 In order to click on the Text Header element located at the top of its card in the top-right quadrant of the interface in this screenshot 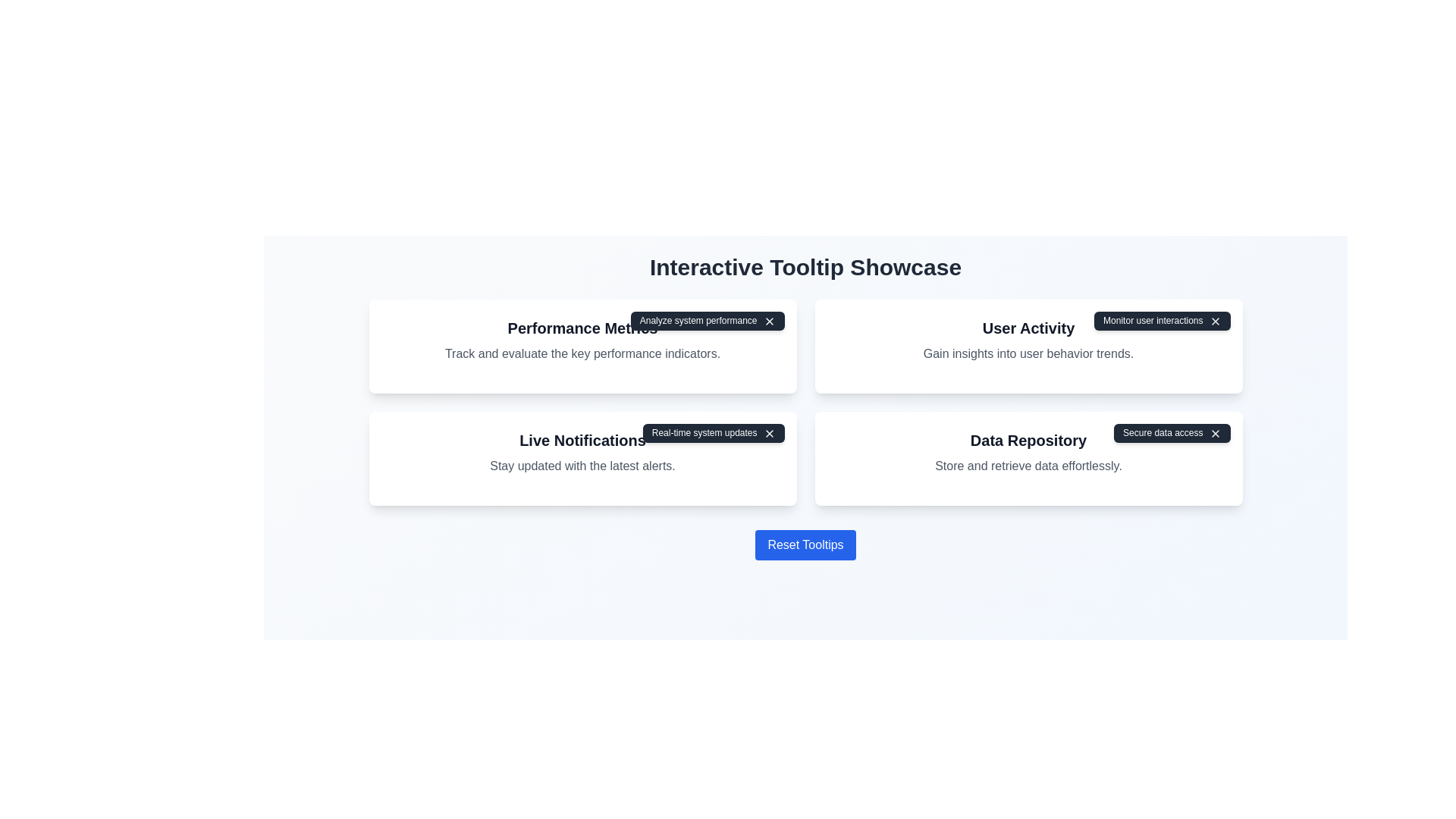, I will do `click(1028, 327)`.